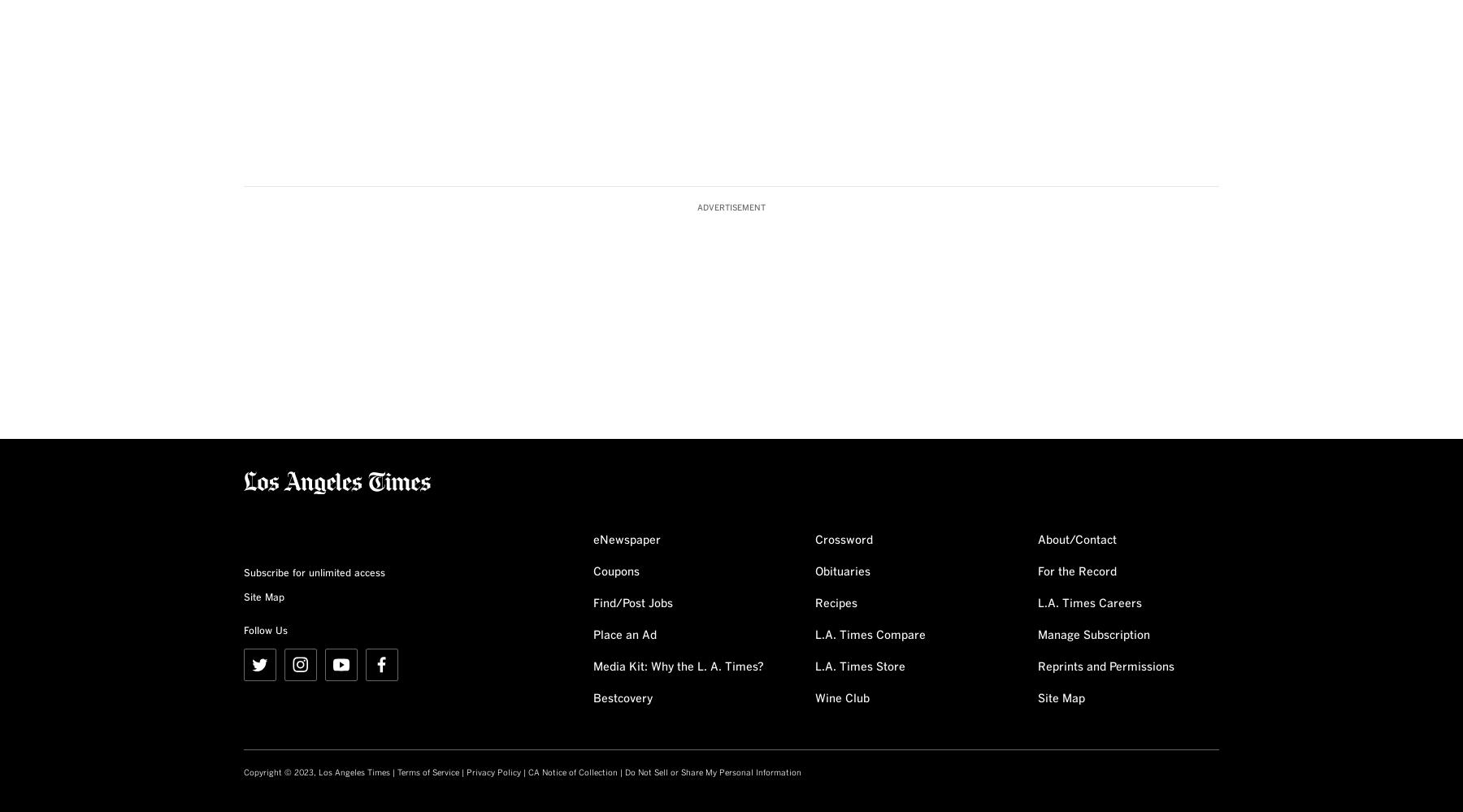 Image resolution: width=1463 pixels, height=812 pixels. What do you see at coordinates (713, 772) in the screenshot?
I see `'Do Not Sell or Share My Personal Information'` at bounding box center [713, 772].